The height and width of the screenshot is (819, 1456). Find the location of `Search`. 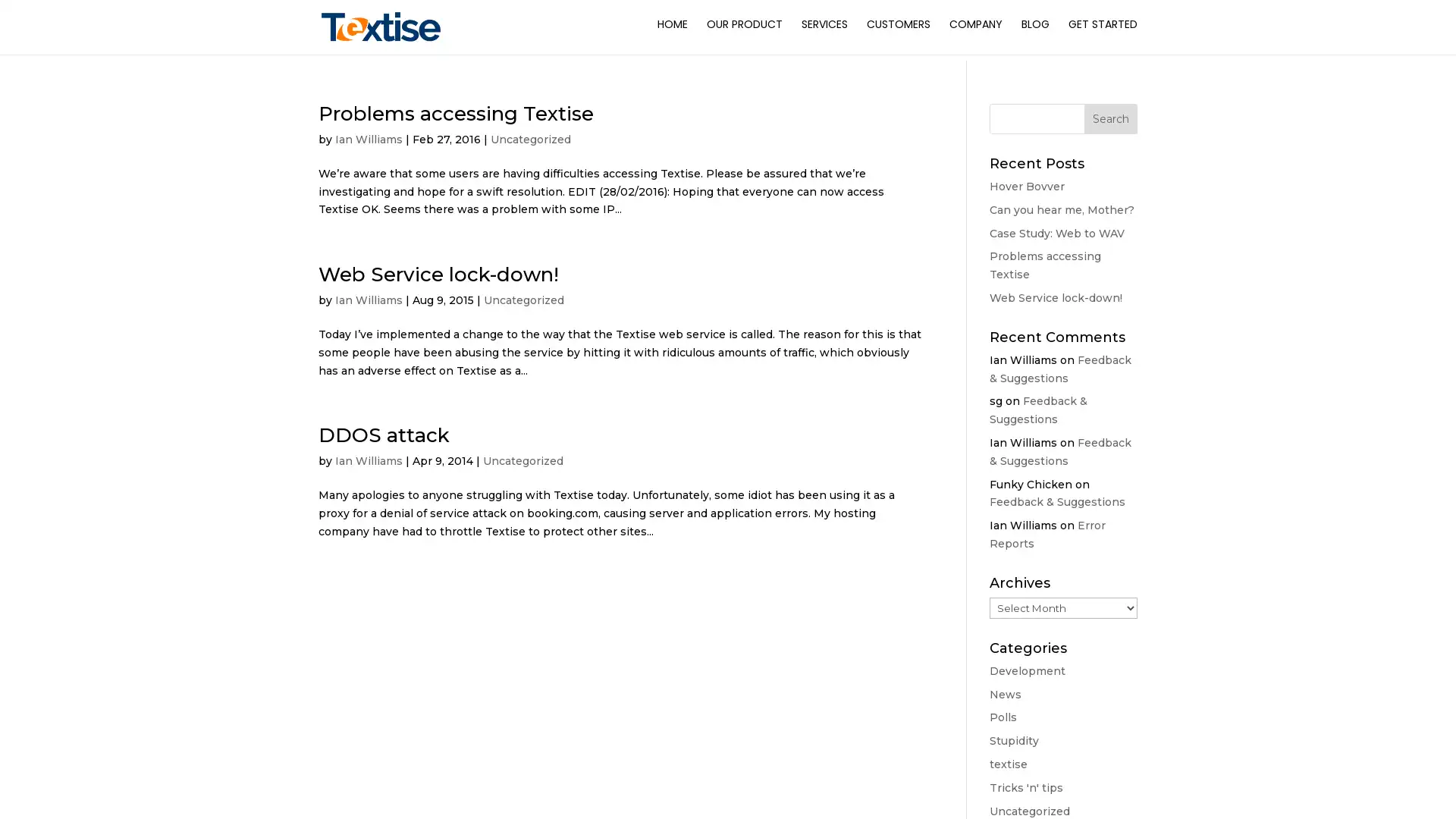

Search is located at coordinates (1110, 114).